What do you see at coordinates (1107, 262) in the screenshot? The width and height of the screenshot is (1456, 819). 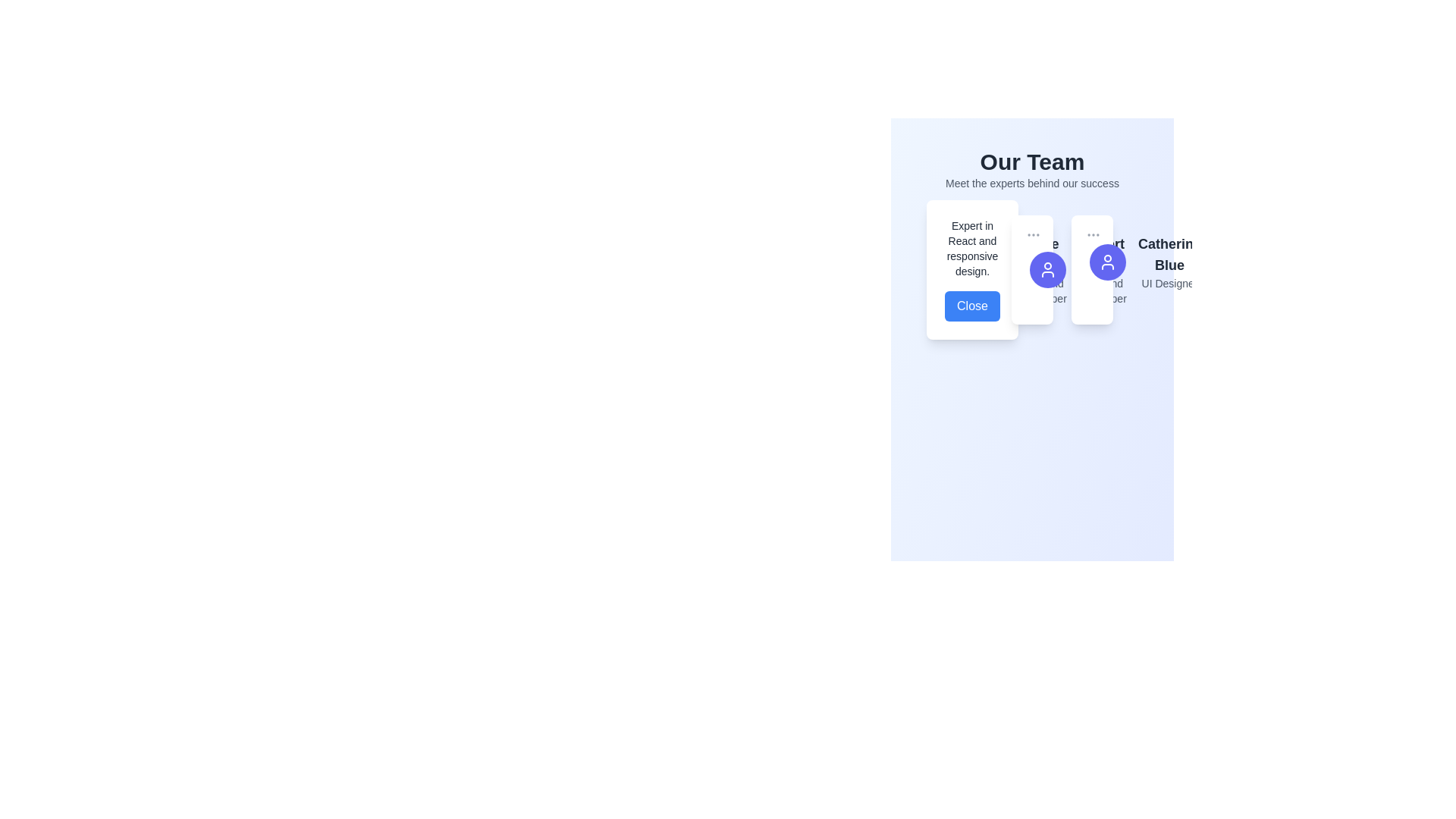 I see `the circular icon with a white outline of a user figure on a vibrant indigo background, located in the middle of a row of circular buttons on the right side of the interface` at bounding box center [1107, 262].